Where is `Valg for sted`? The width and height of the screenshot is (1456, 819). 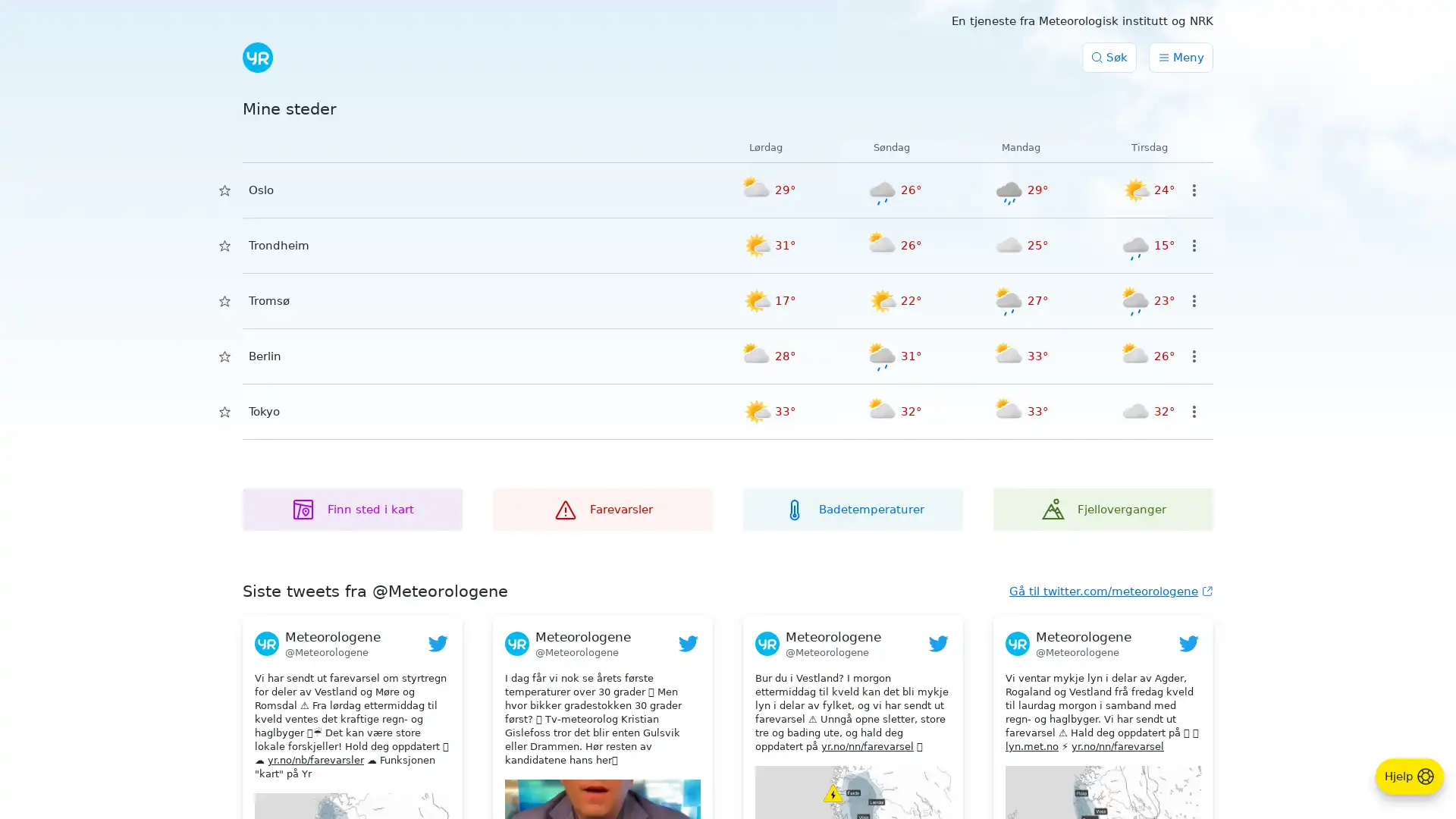 Valg for sted is located at coordinates (1193, 356).